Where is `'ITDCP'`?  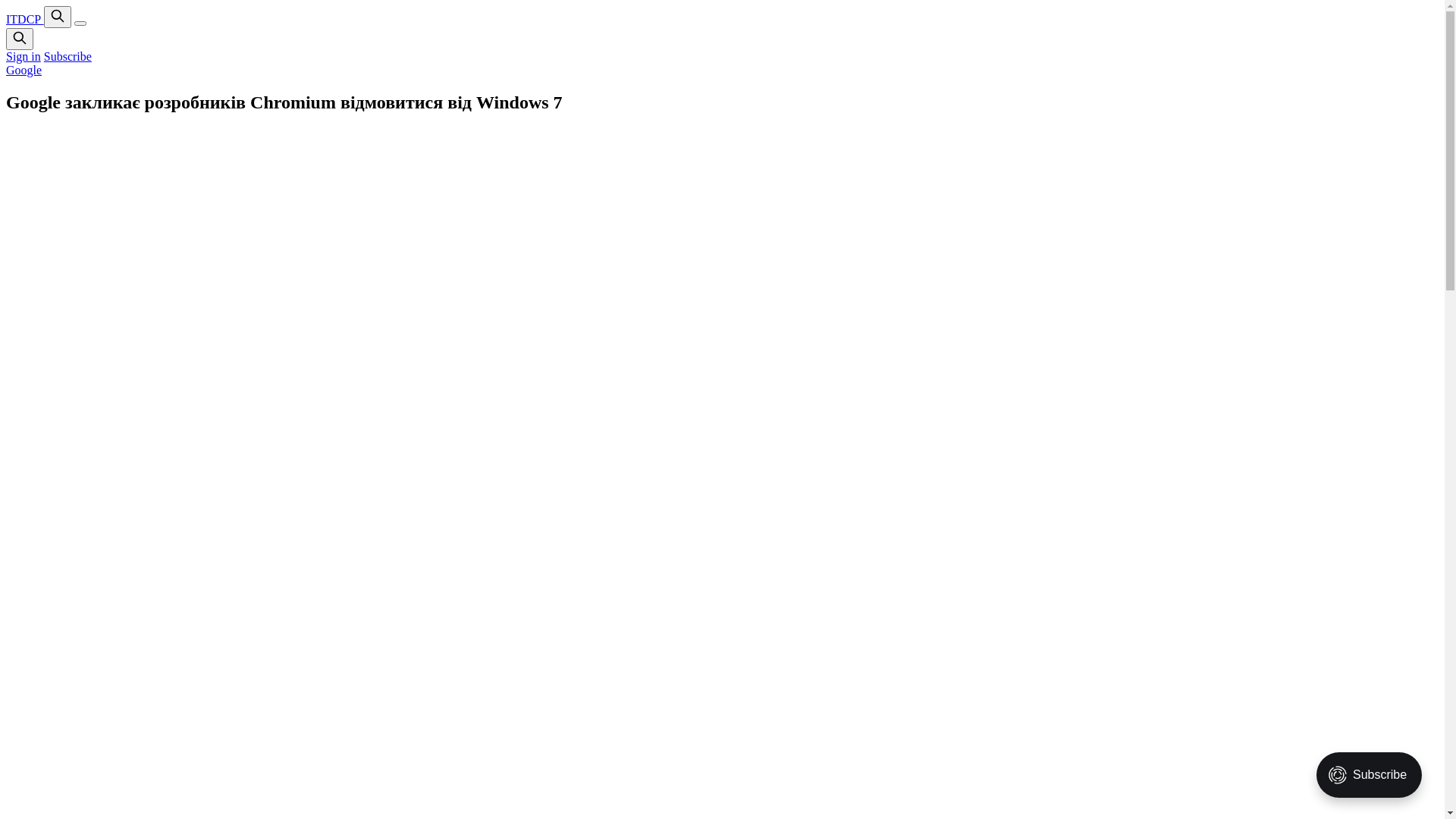
'ITDCP' is located at coordinates (25, 19).